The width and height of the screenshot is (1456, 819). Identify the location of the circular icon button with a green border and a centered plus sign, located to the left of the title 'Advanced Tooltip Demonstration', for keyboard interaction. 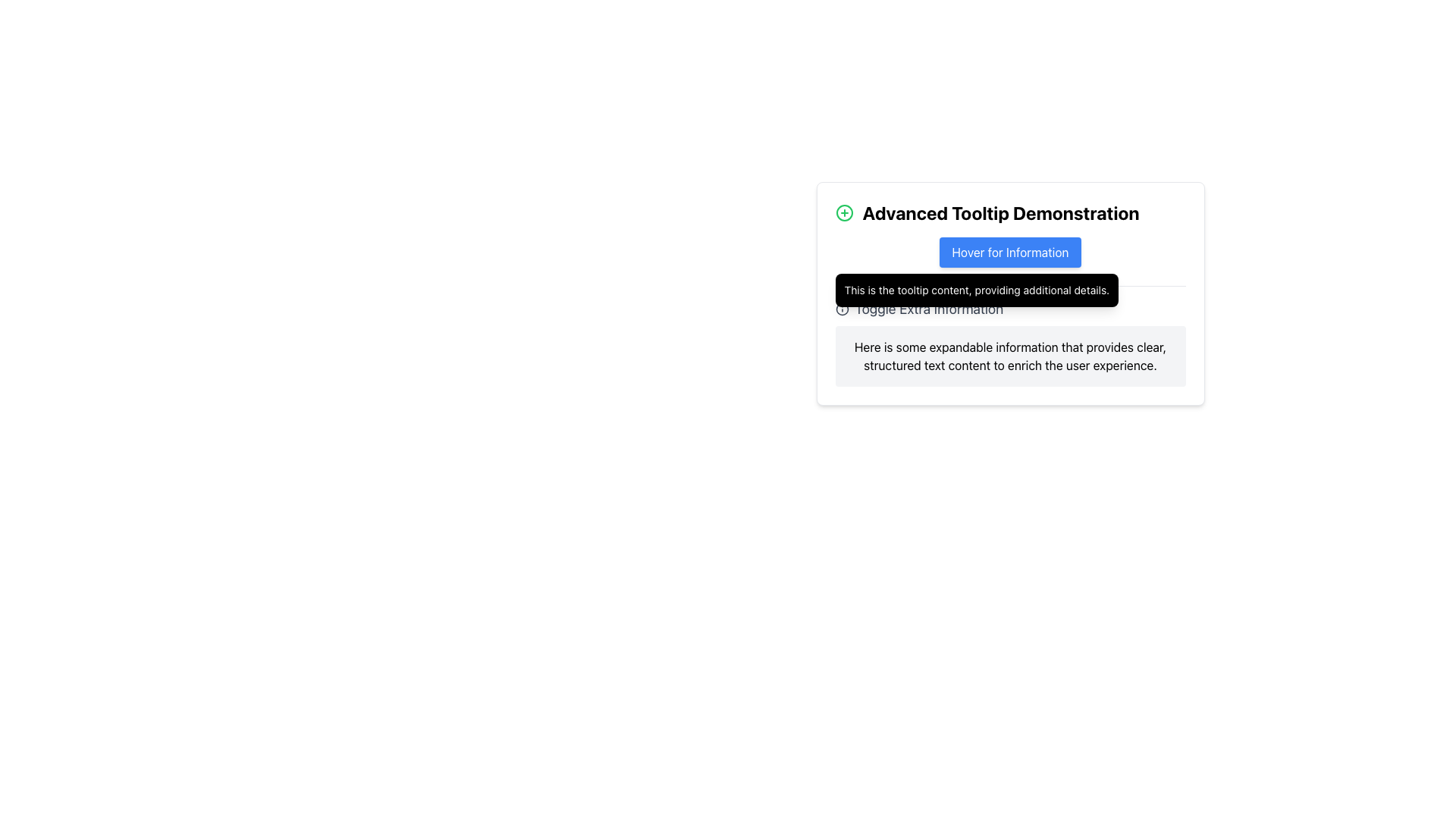
(843, 213).